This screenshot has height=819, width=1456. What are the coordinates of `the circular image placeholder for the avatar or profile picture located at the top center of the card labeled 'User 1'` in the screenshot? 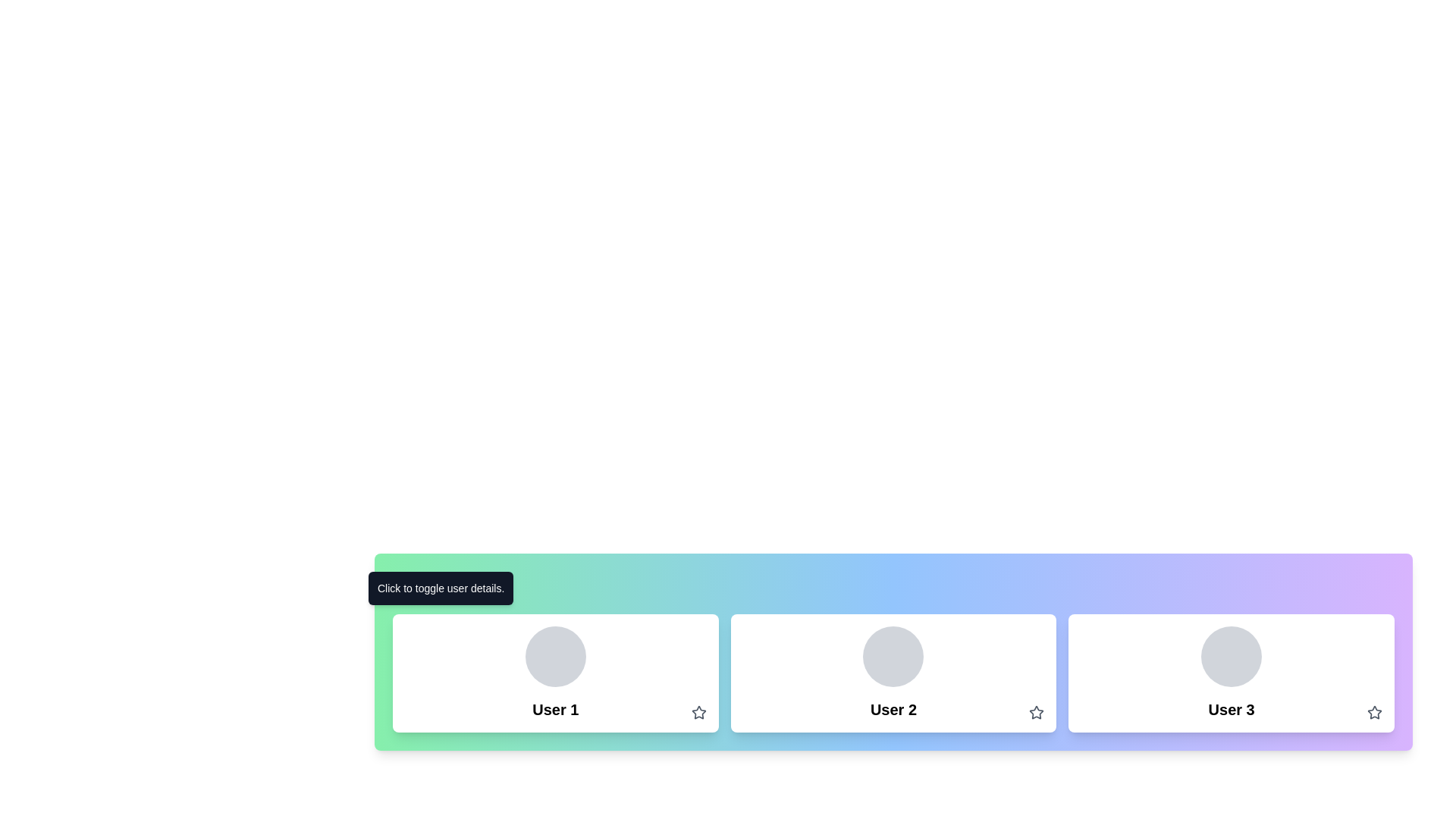 It's located at (554, 656).